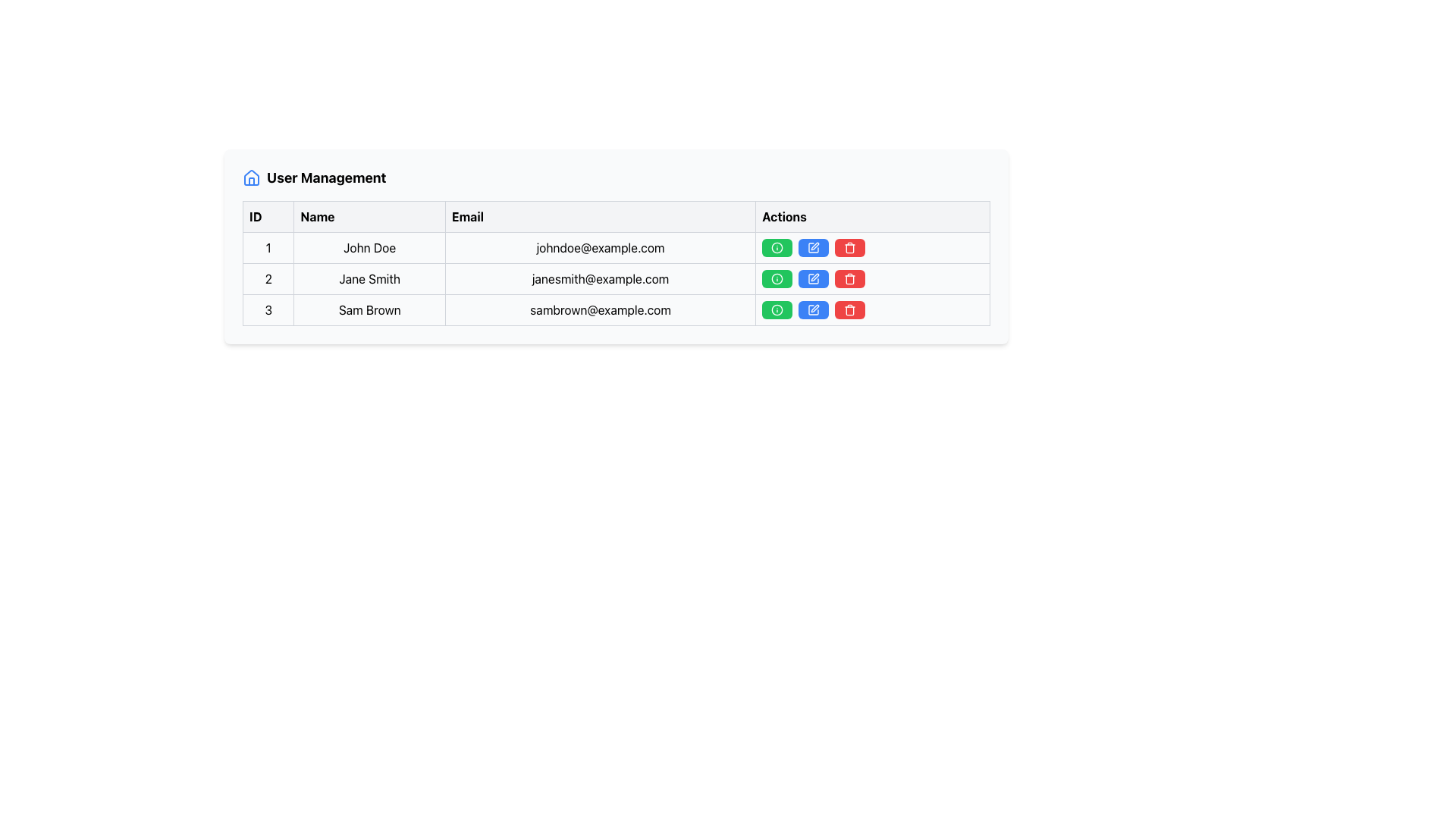  I want to click on text 'Jane Smith' located in the second row under the 'Name' column of the table, which is between the ID '2' and the email address 'janesmith@example.com', so click(369, 278).